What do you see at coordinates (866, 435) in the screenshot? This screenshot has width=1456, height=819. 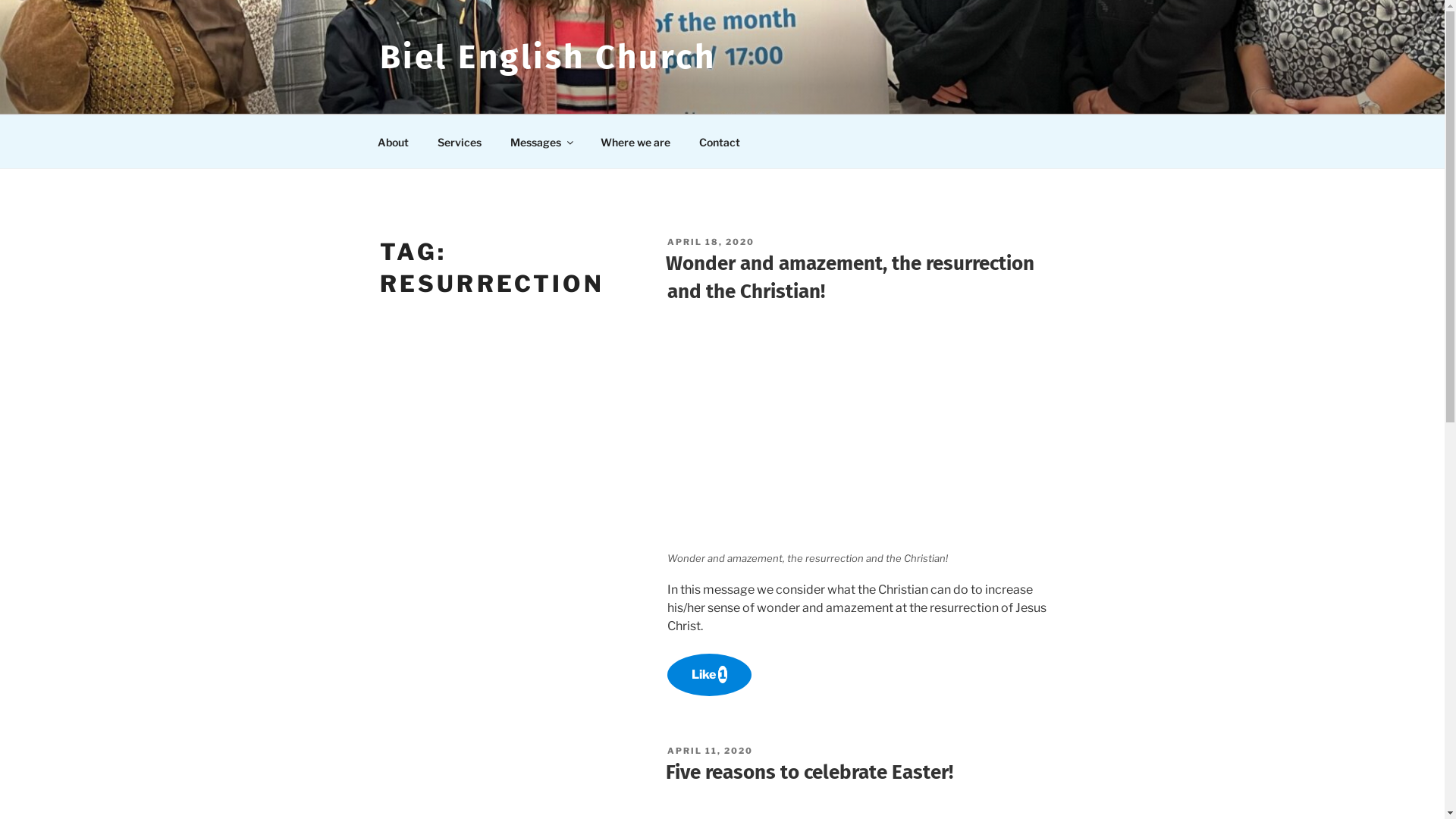 I see `'Wonder and amazement! A message from Biel English Church'` at bounding box center [866, 435].